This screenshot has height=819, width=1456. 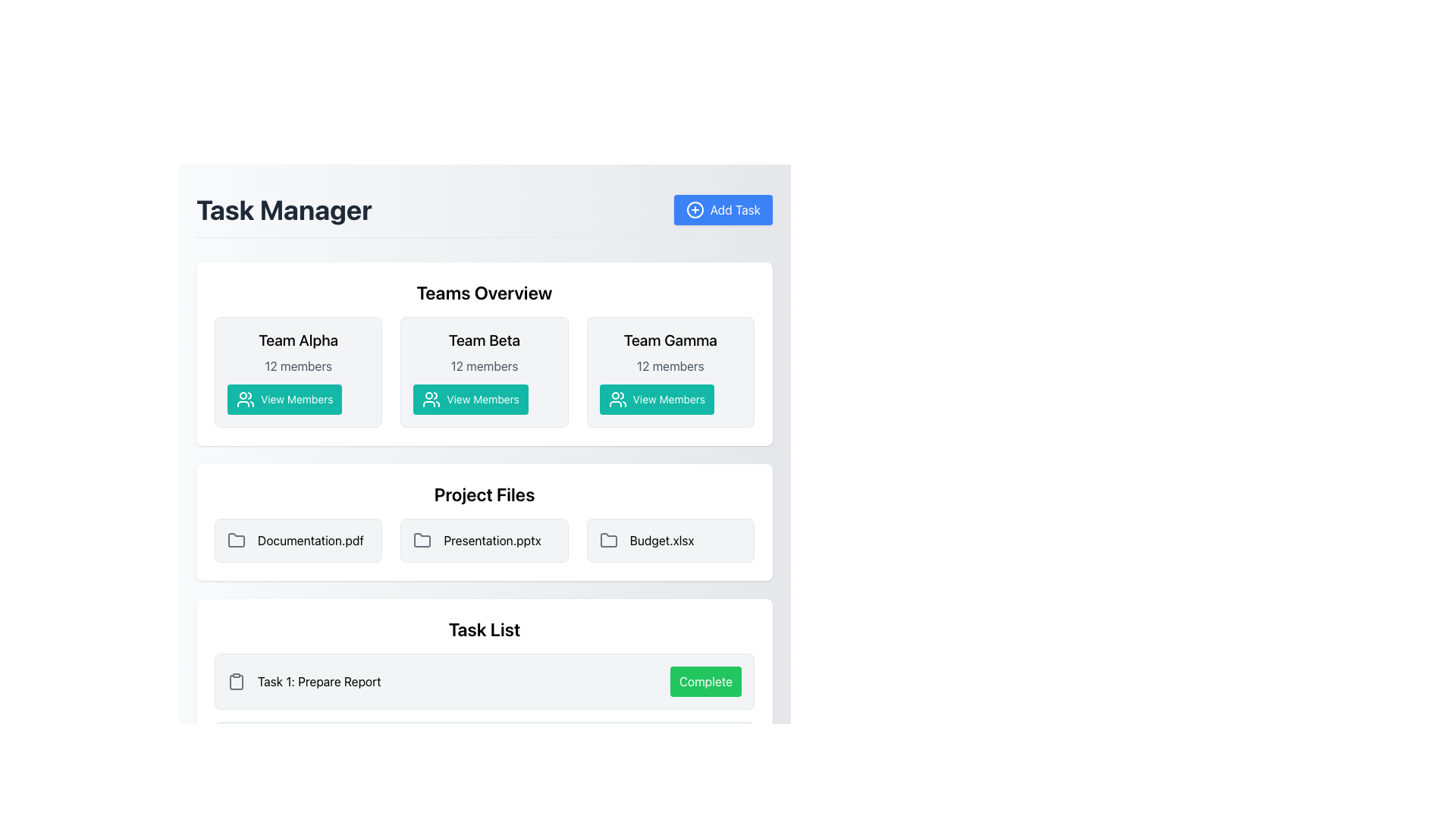 What do you see at coordinates (705, 680) in the screenshot?
I see `the green button with rounded corners labeled 'Complete' to mark the task 'Task 1: Prepare Report' as complete` at bounding box center [705, 680].